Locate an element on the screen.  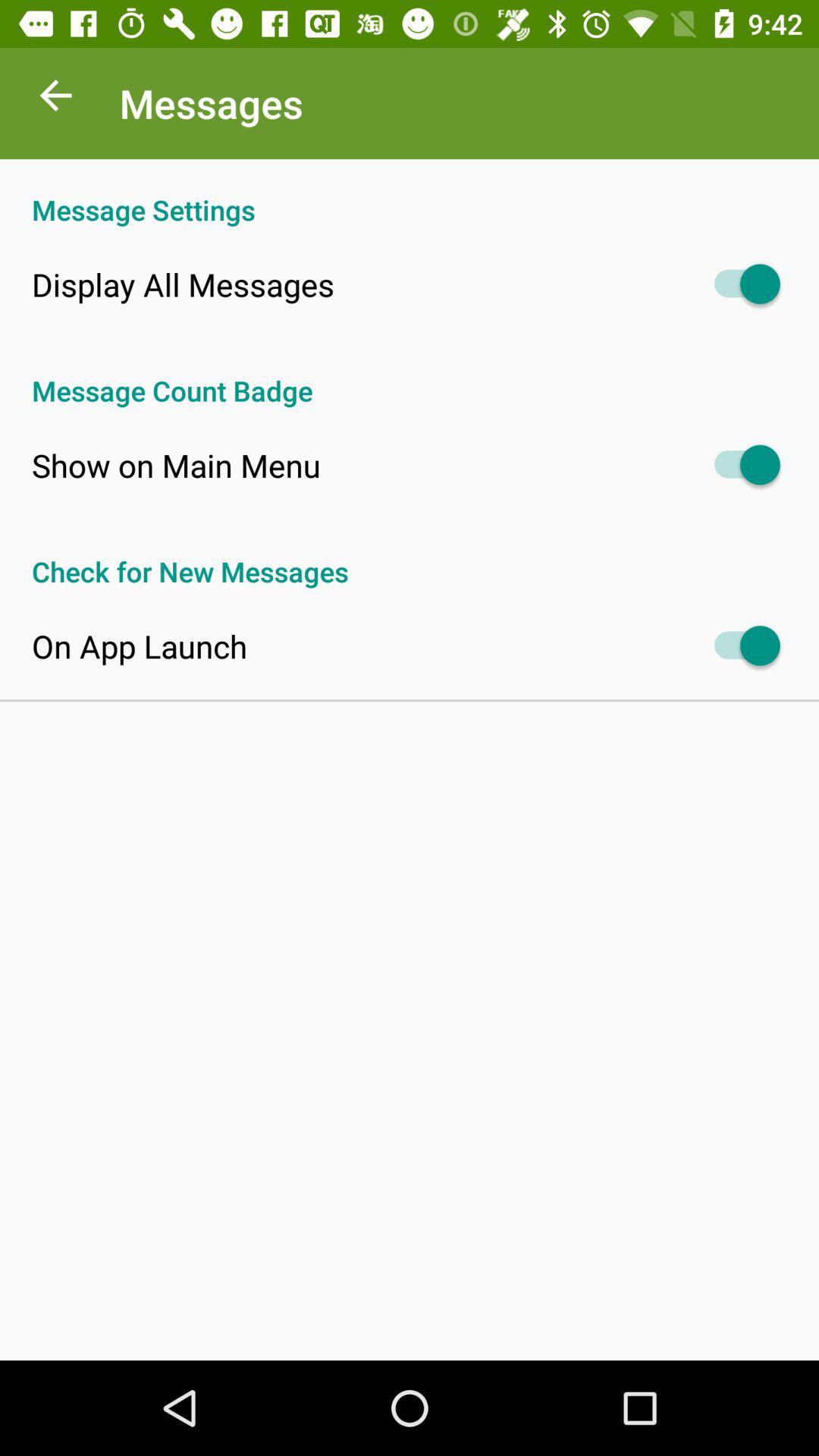
on app launch icon is located at coordinates (140, 646).